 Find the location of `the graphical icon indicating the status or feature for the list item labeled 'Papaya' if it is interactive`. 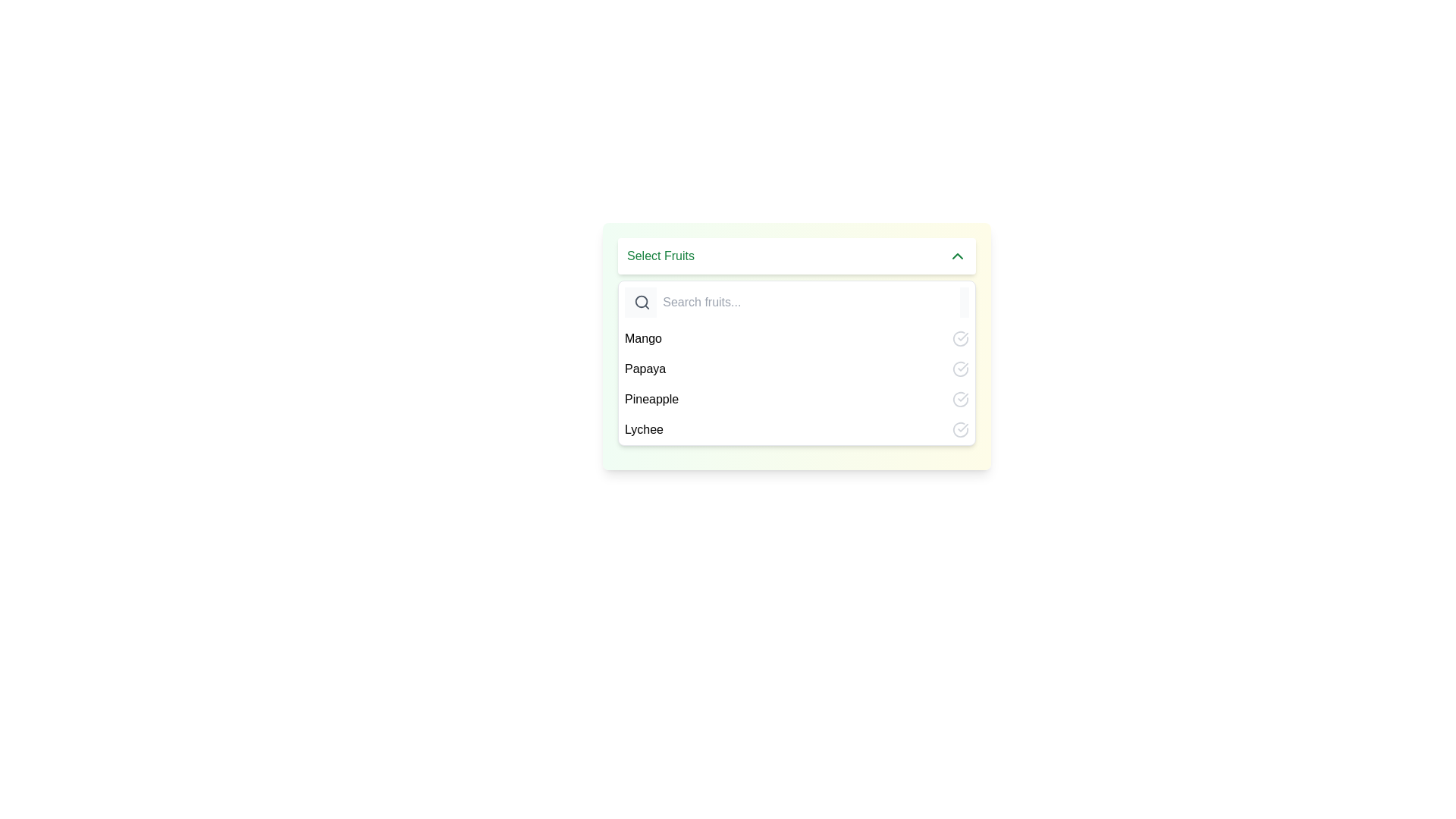

the graphical icon indicating the status or feature for the list item labeled 'Papaya' if it is interactive is located at coordinates (960, 369).